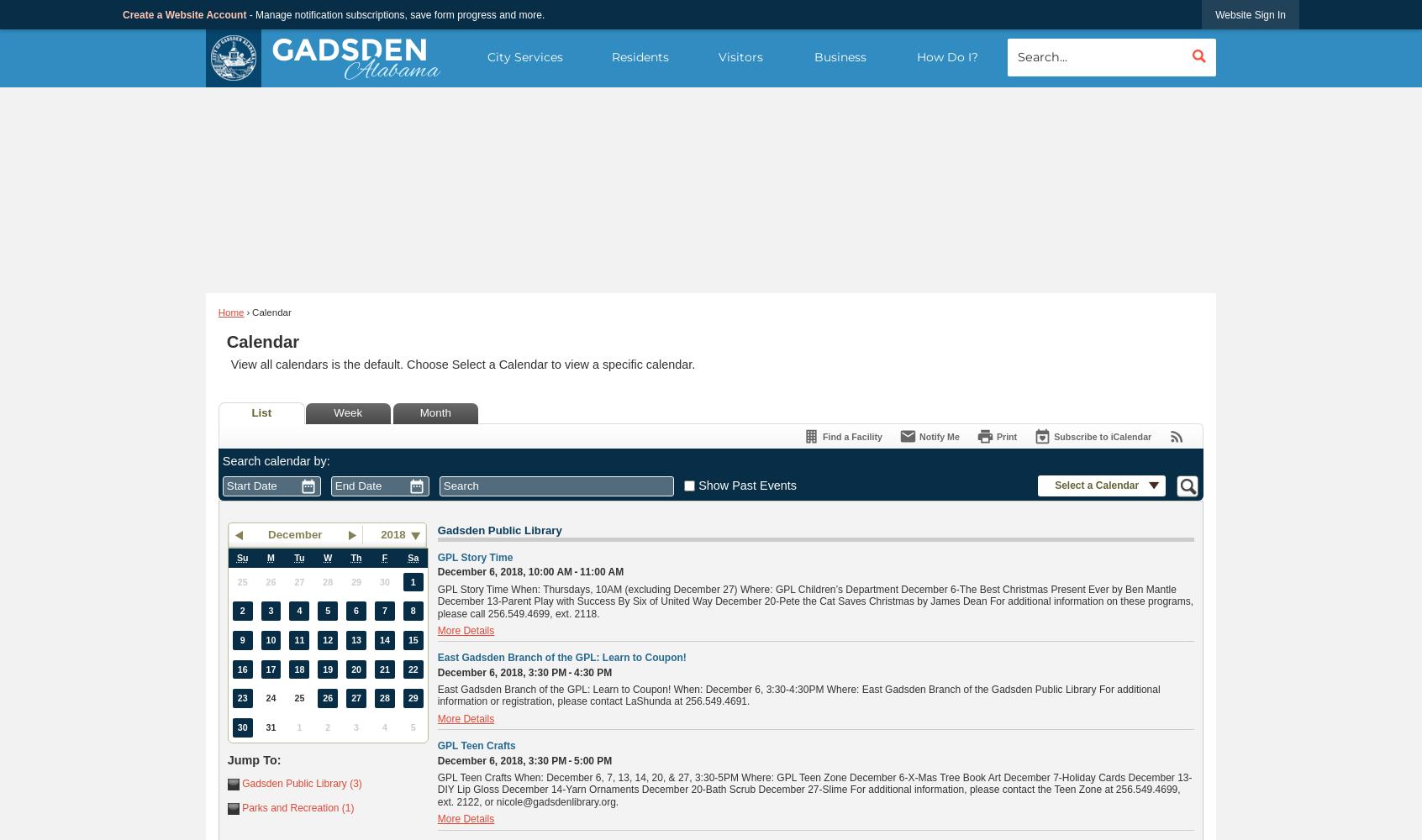 The width and height of the screenshot is (1422, 840). I want to click on 'GPL Teen Crafts', so click(436, 746).